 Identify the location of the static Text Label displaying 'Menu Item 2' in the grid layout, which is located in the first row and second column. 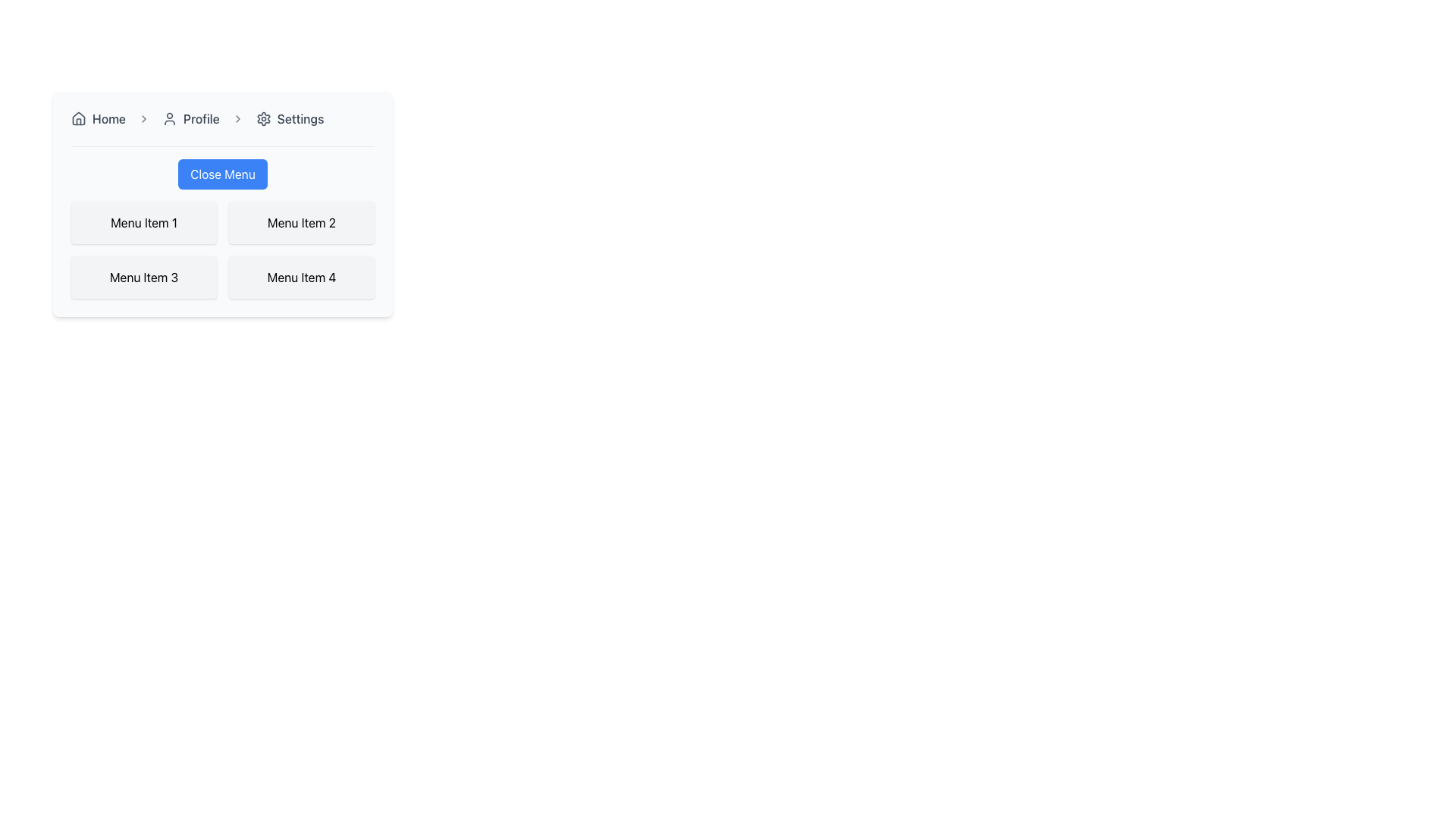
(302, 222).